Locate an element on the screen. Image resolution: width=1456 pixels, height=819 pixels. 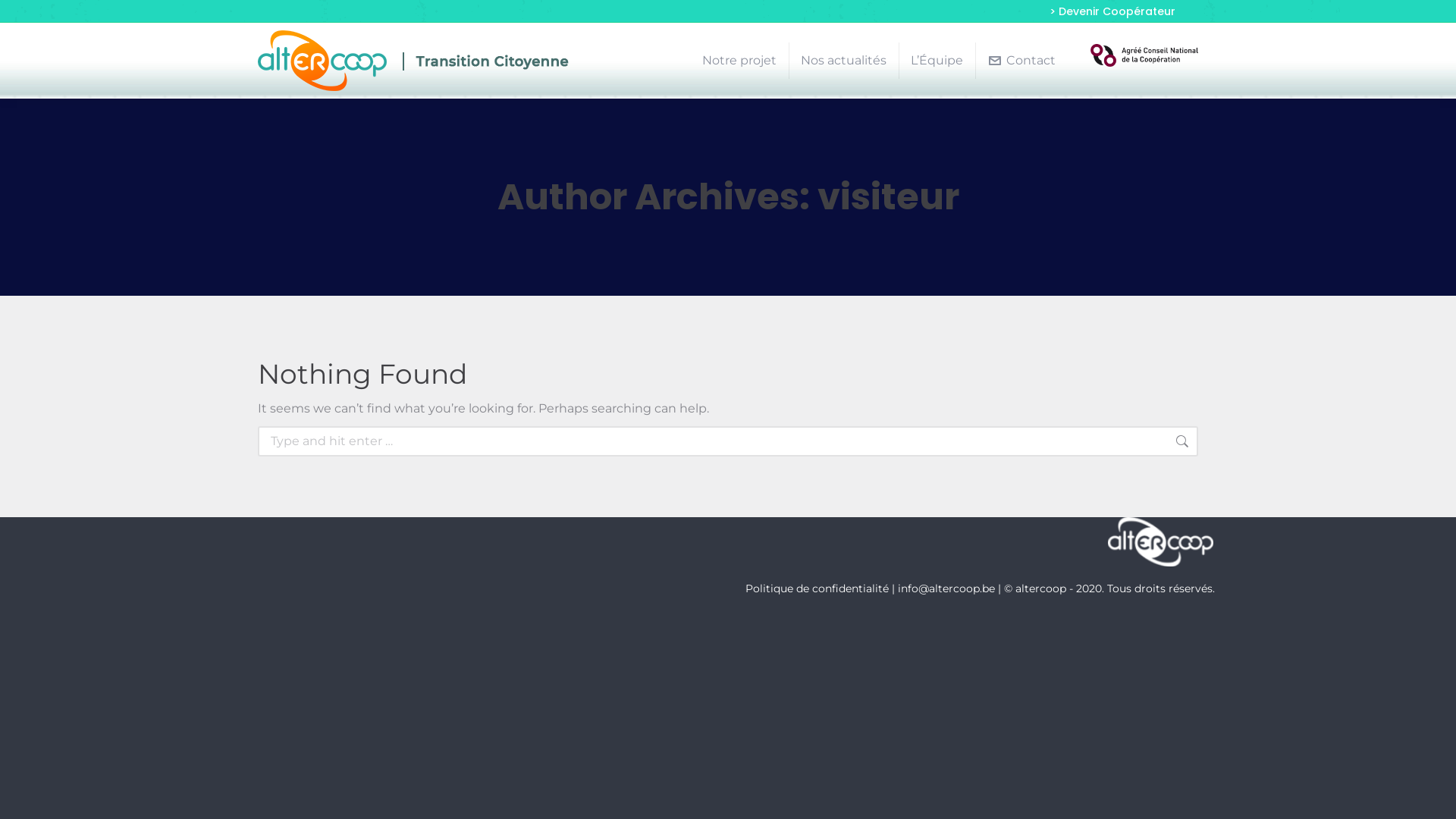
'Contact' is located at coordinates (1021, 60).